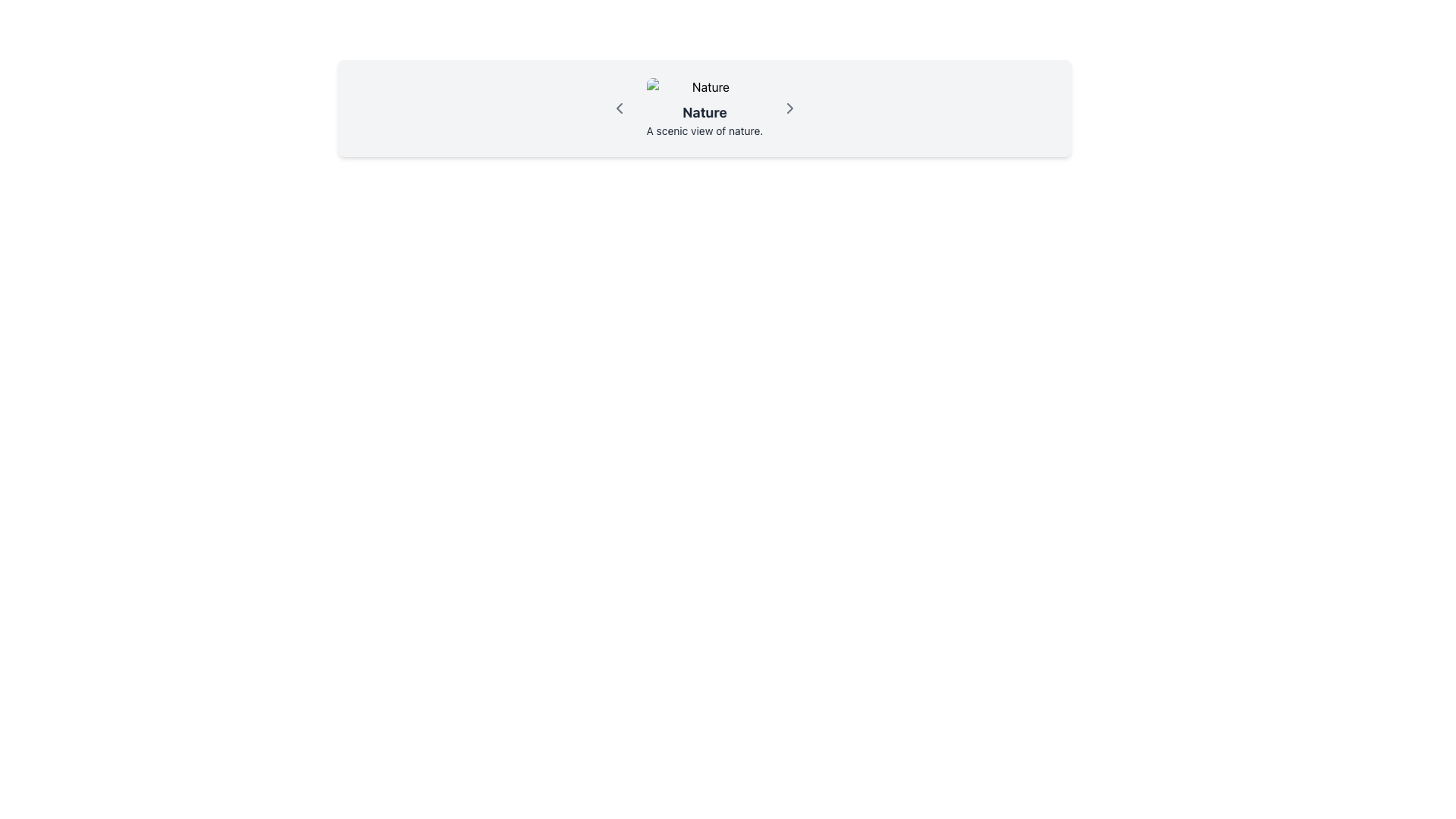 This screenshot has height=819, width=1456. I want to click on the leftward chevron icon in the navigation bar, so click(619, 107).